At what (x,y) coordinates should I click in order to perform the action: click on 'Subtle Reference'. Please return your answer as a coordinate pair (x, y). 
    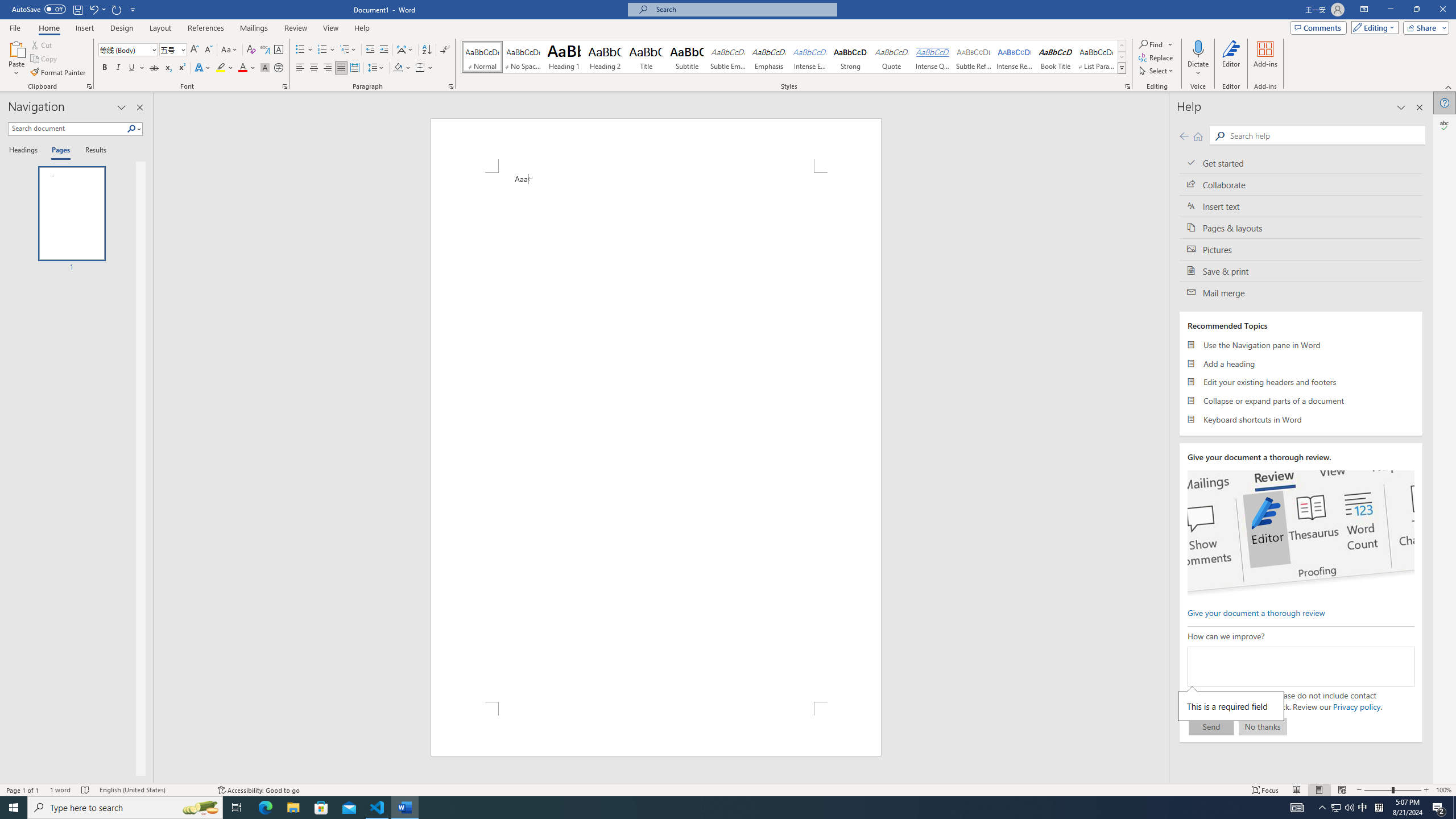
    Looking at the image, I should click on (974, 56).